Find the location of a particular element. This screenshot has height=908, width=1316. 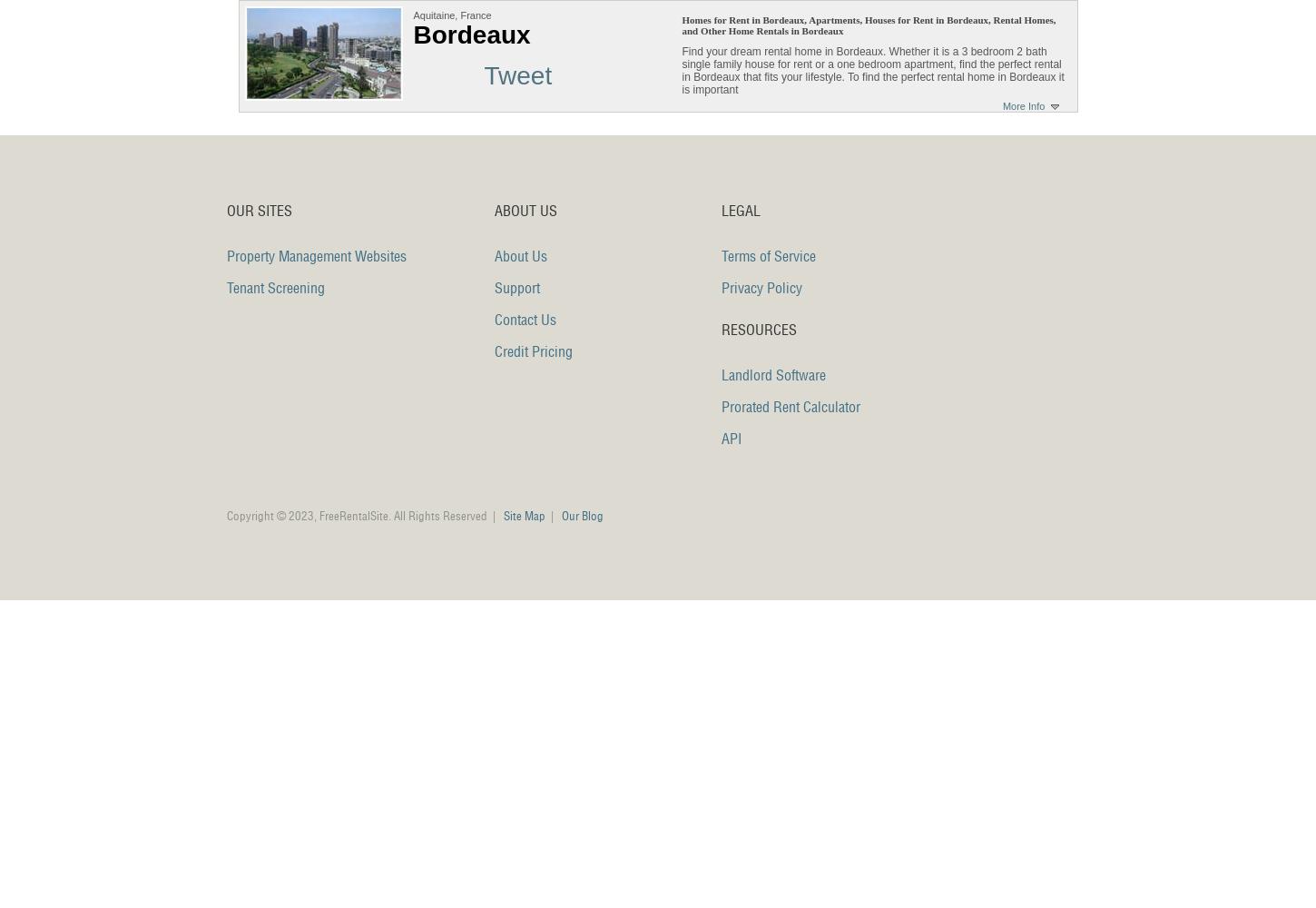

'Tenant Screening' is located at coordinates (276, 287).